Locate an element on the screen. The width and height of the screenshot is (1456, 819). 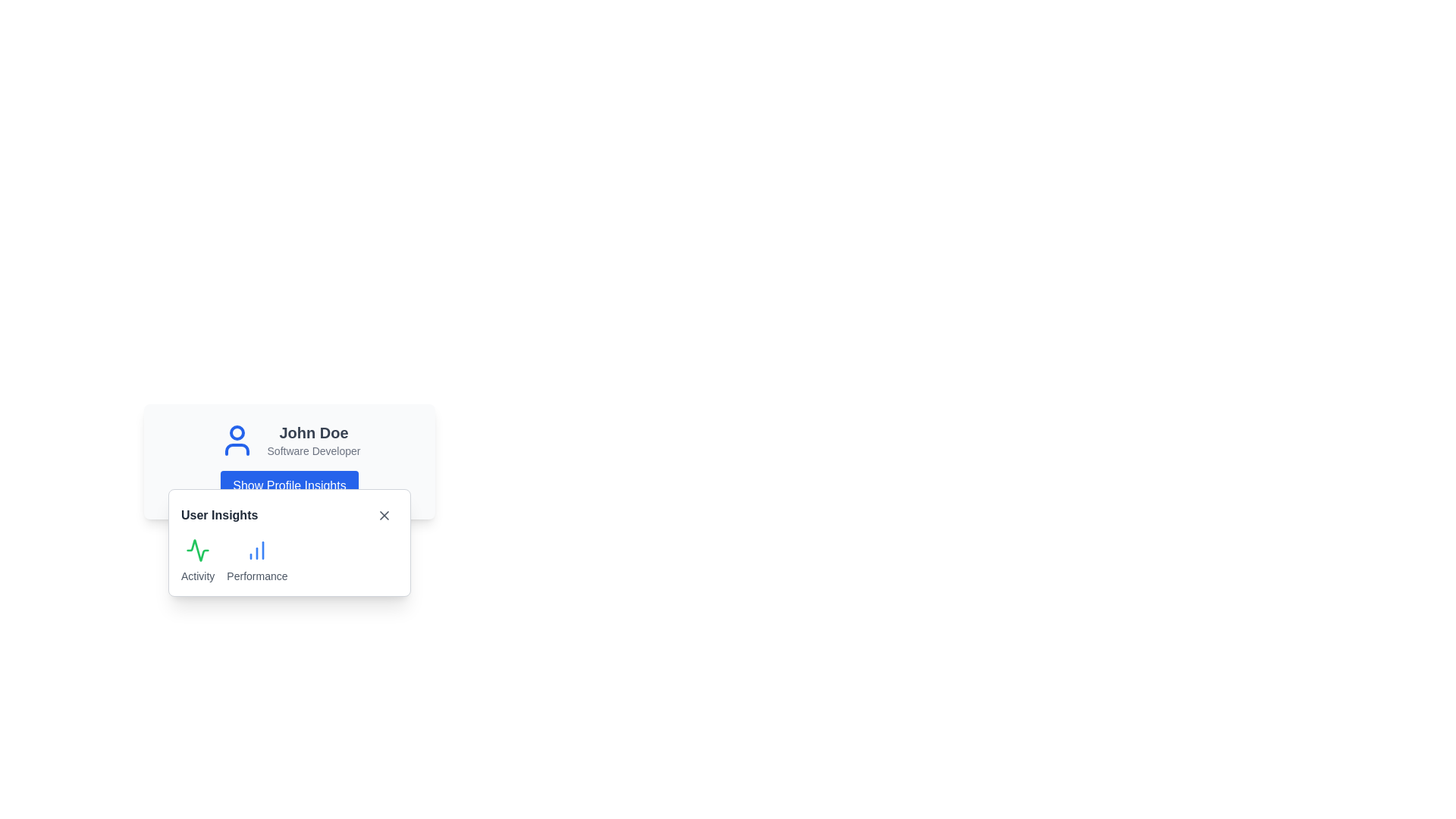
the 'Performance' button, which is the second option in the 'User Insights' popup is located at coordinates (257, 561).